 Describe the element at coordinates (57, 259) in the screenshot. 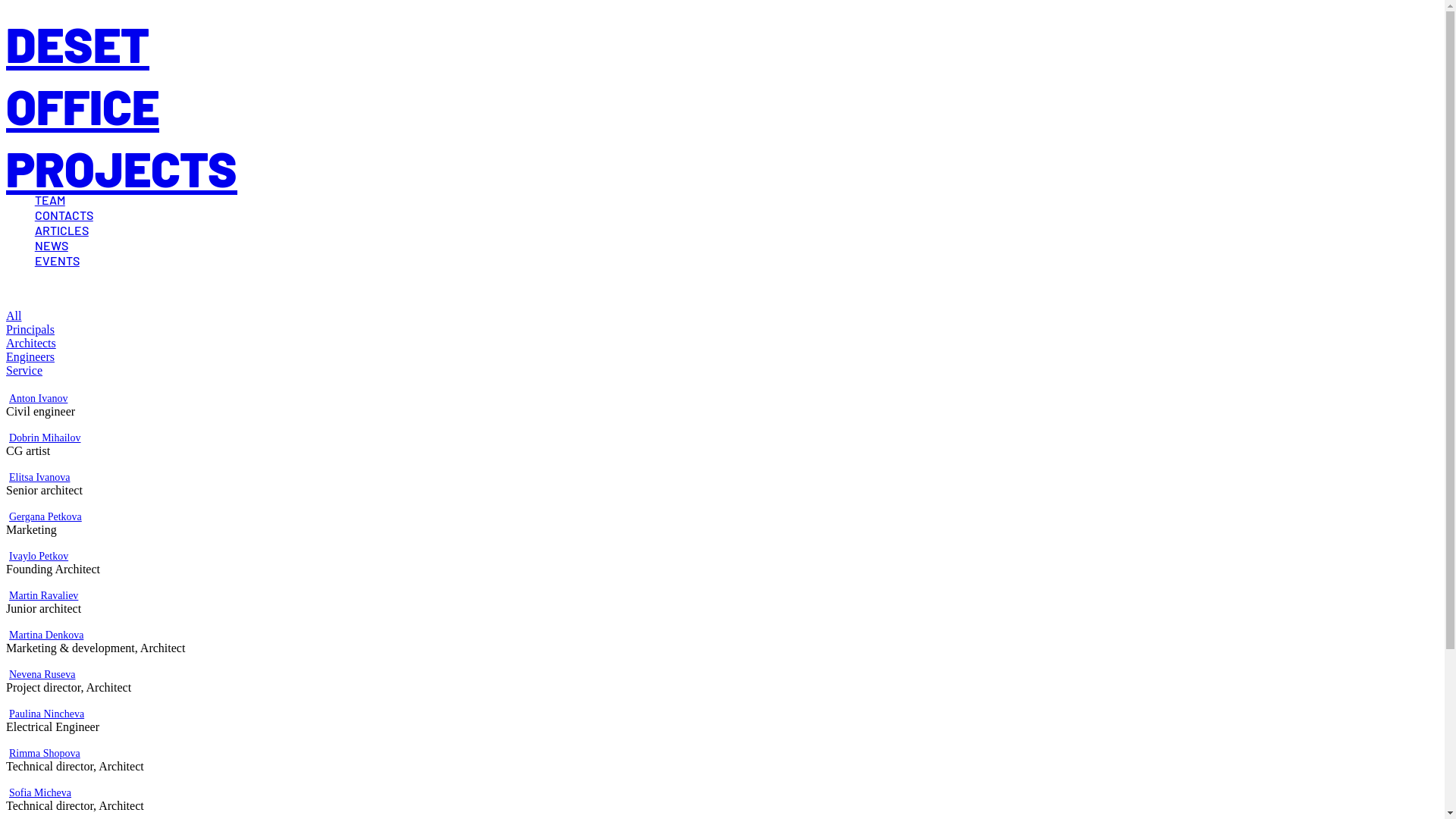

I see `'EVENTS'` at that location.